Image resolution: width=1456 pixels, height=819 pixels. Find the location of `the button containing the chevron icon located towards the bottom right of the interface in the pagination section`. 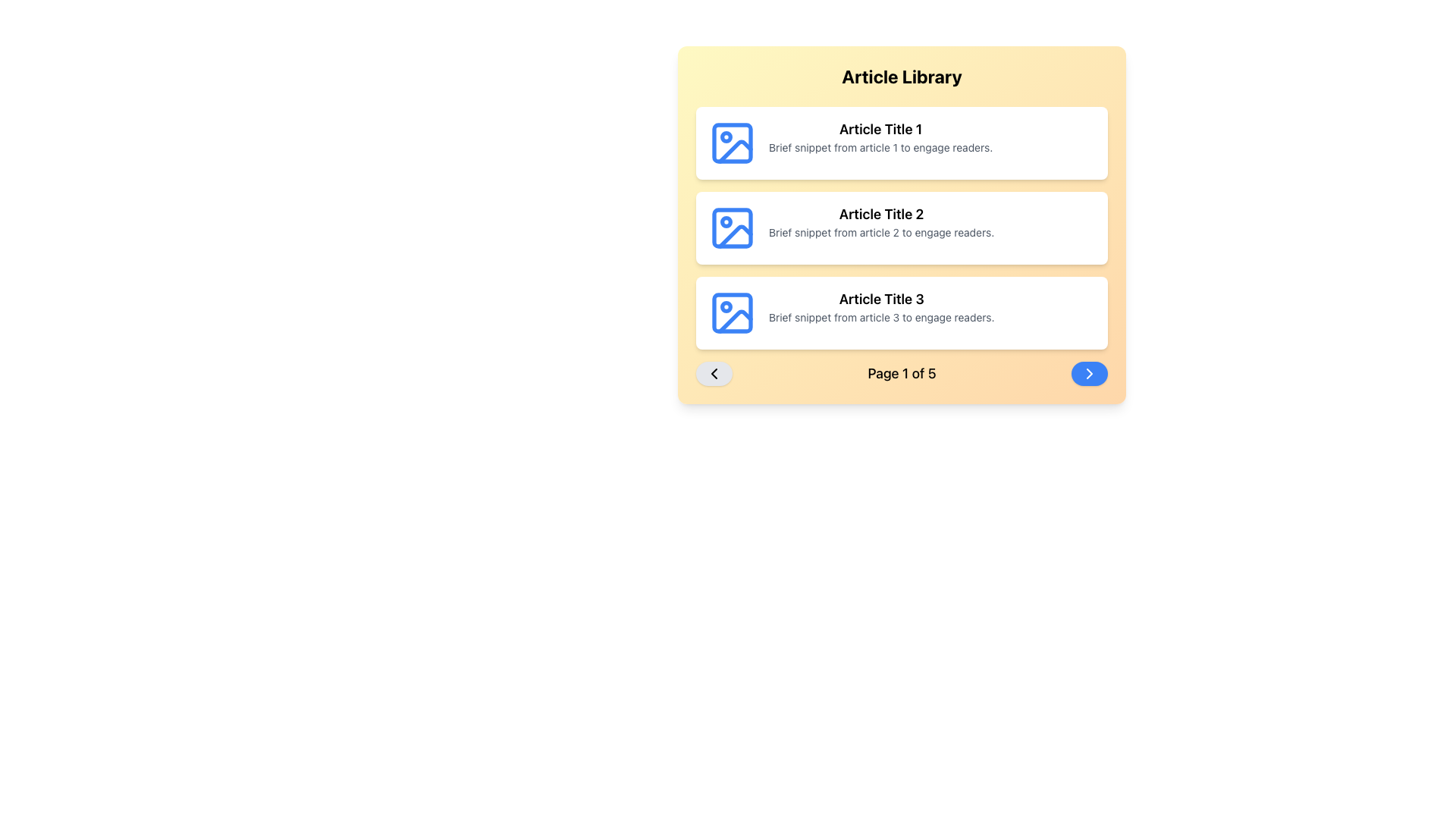

the button containing the chevron icon located towards the bottom right of the interface in the pagination section is located at coordinates (1088, 374).